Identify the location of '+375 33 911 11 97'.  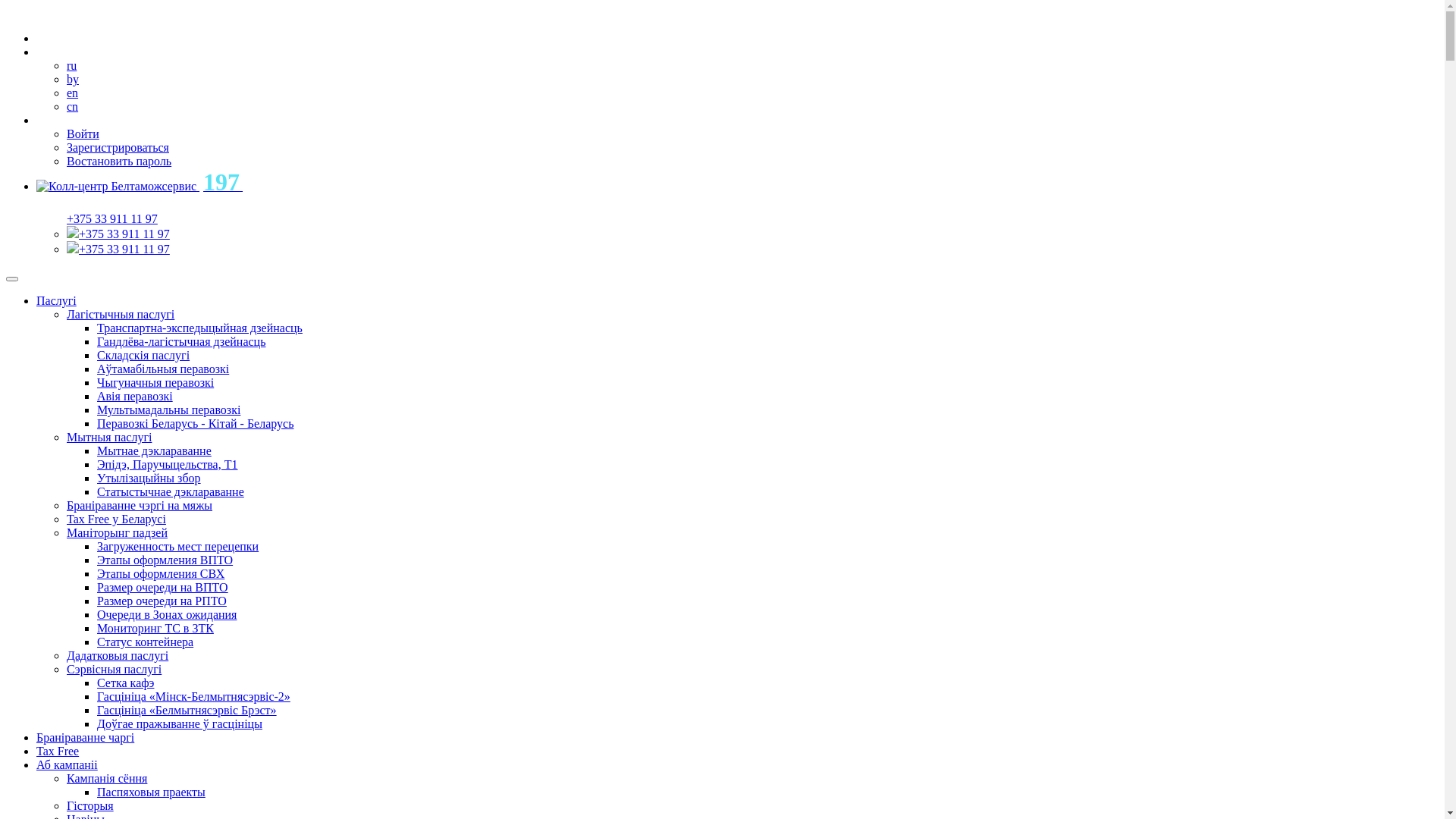
(65, 218).